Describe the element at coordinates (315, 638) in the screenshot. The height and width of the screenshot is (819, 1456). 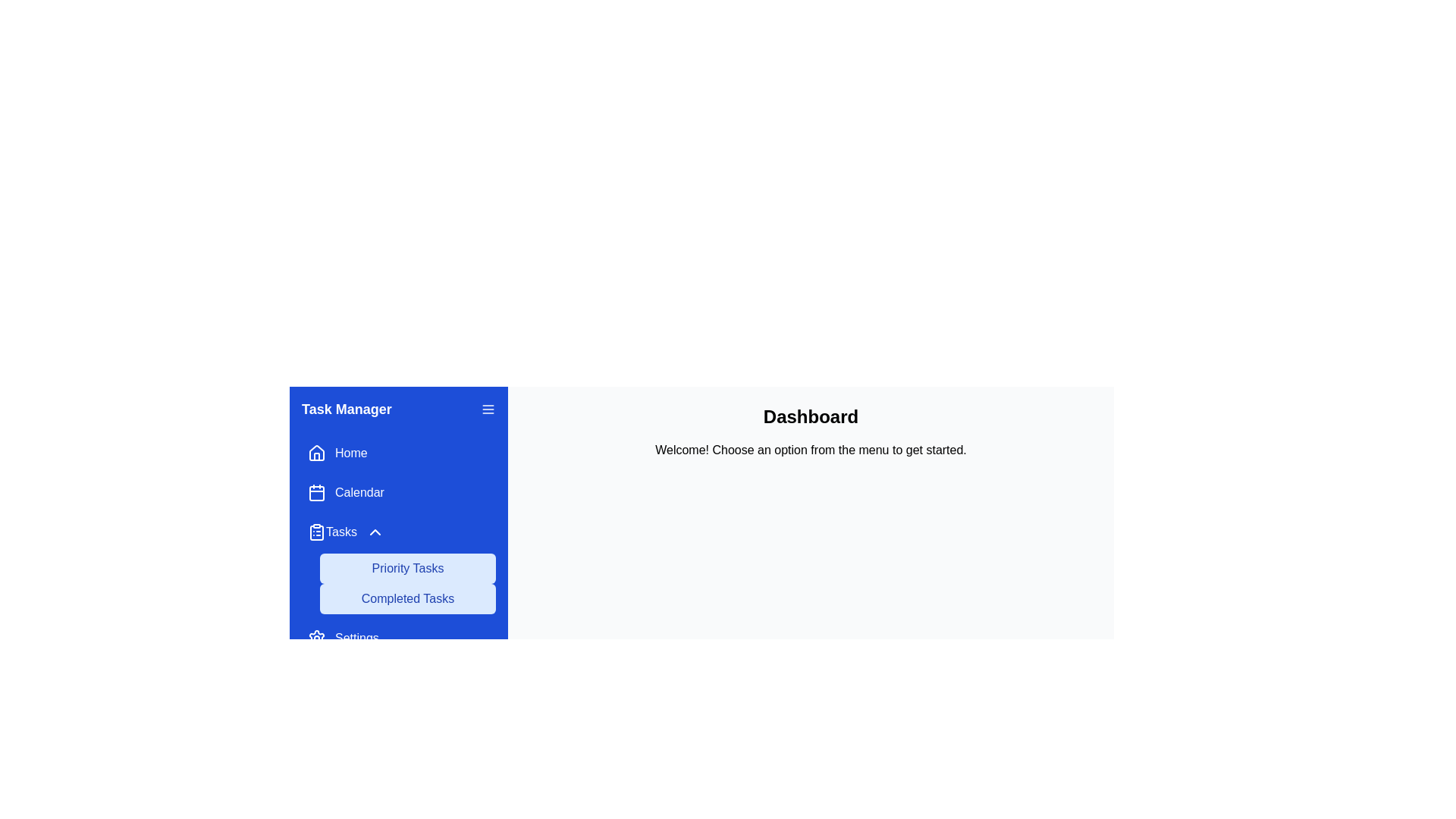
I see `the settings icon, which is an SVG-based gear-like structure located at the bottom of the sidebar navigation panel, below the 'Tasks' section` at that location.